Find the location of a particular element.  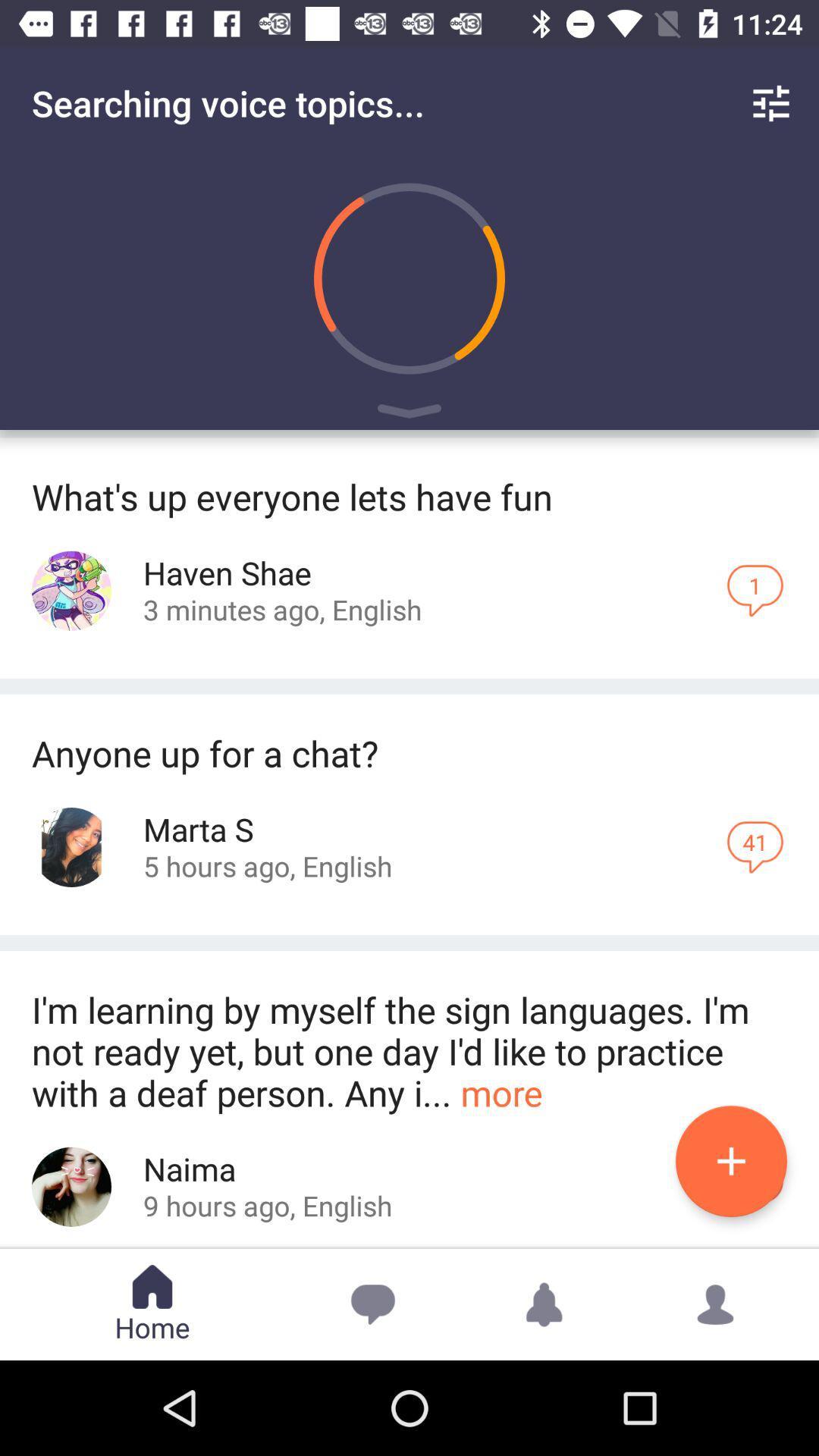

play is located at coordinates (409, 414).